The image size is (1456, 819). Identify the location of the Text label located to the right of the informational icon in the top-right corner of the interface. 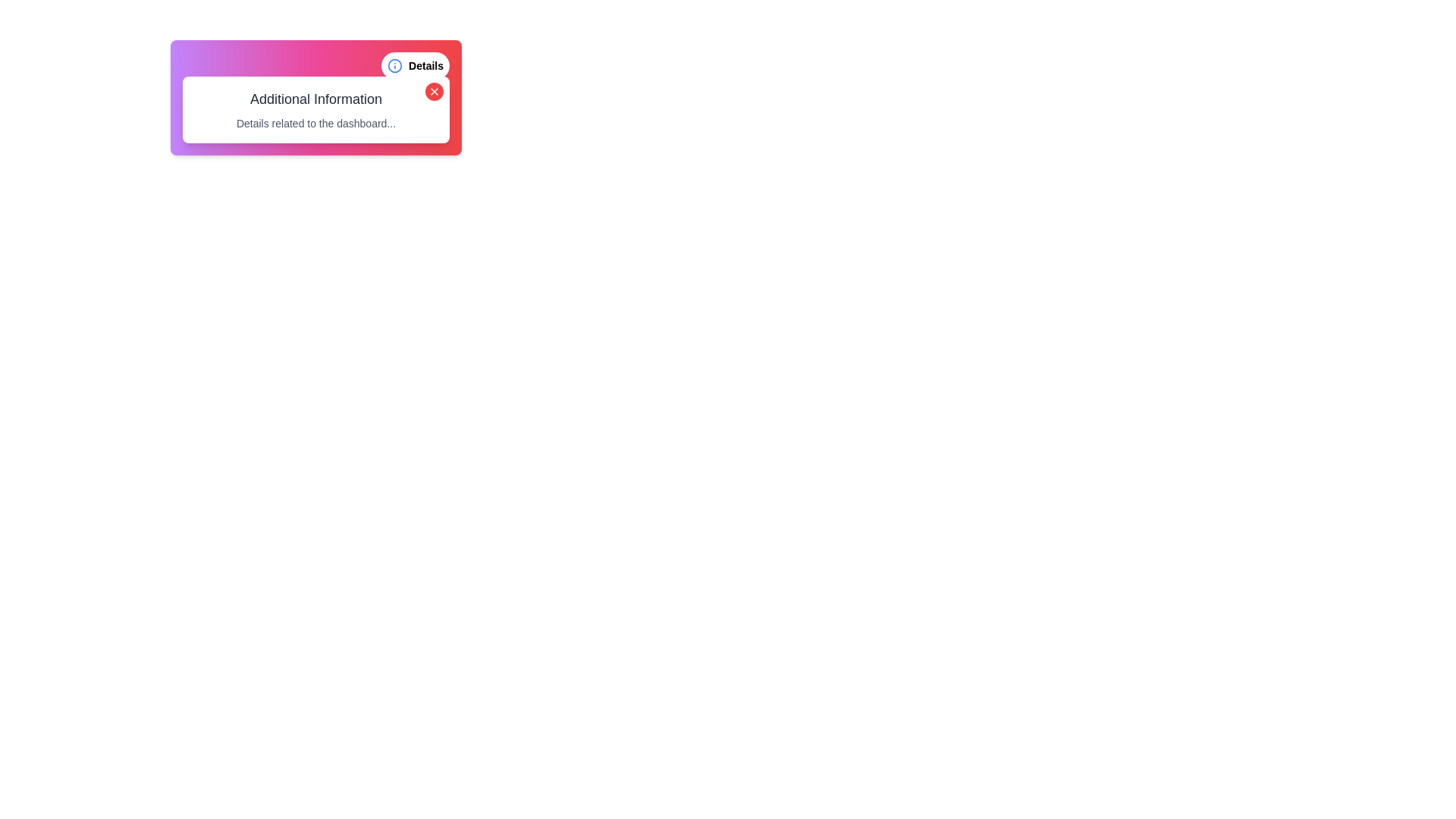
(425, 65).